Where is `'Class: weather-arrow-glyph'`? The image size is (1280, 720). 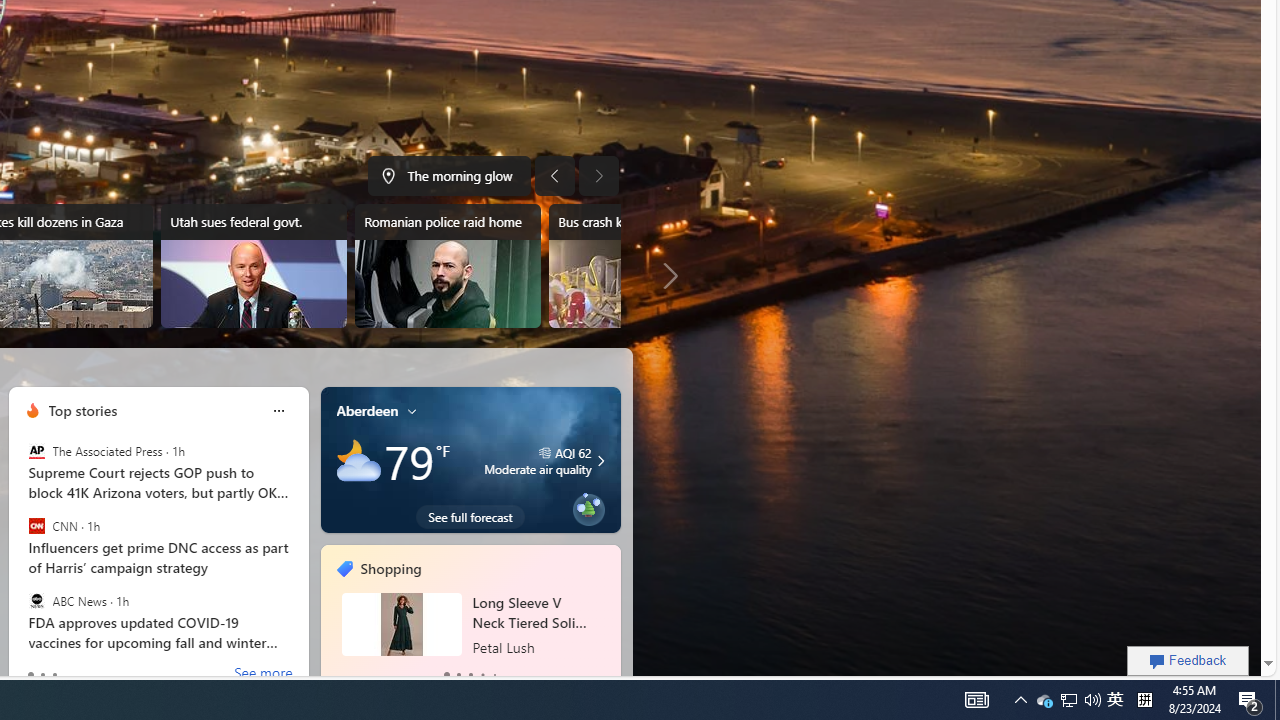
'Class: weather-arrow-glyph' is located at coordinates (599, 461).